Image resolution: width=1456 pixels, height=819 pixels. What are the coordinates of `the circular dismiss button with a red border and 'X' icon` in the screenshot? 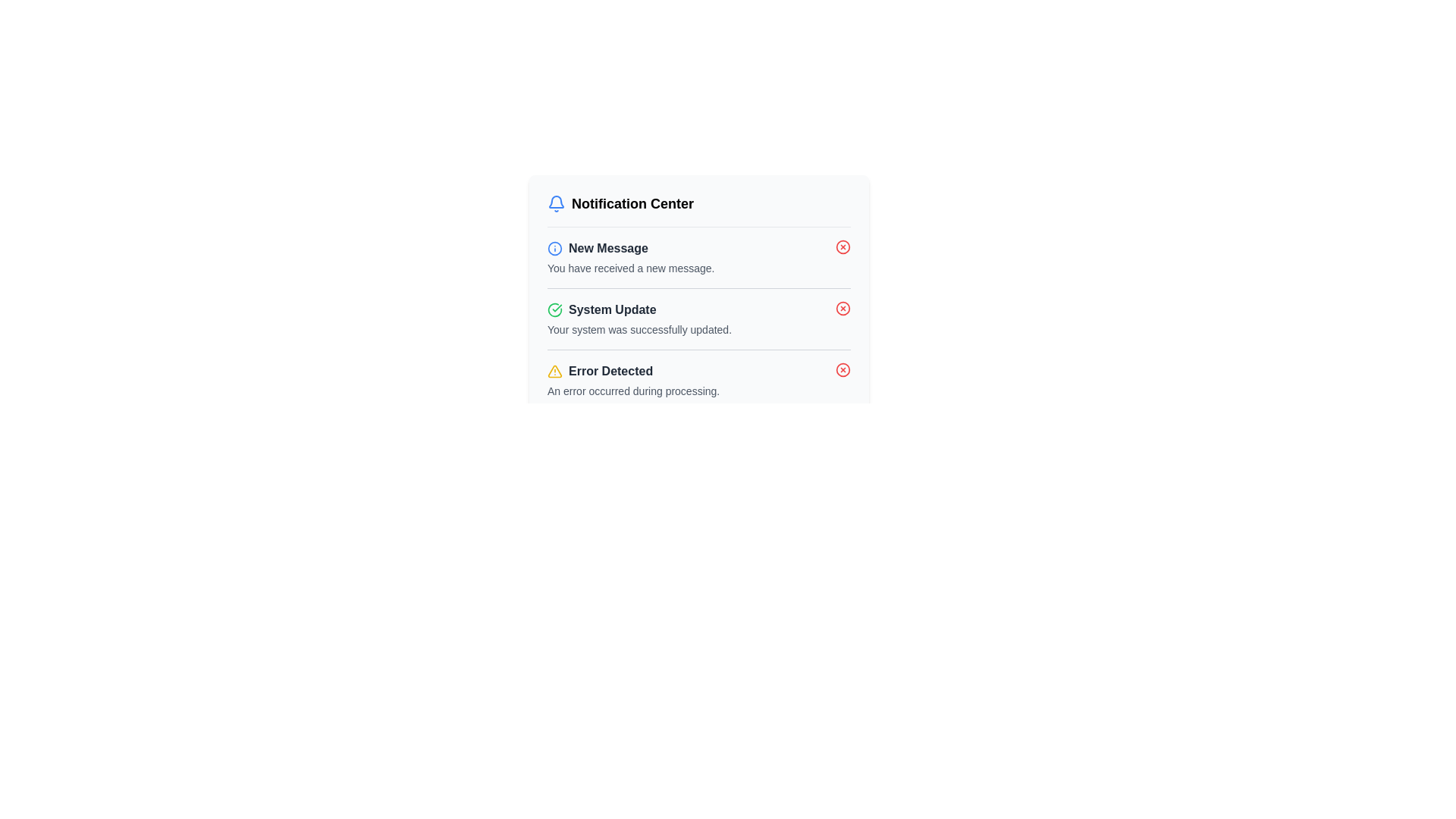 It's located at (843, 246).